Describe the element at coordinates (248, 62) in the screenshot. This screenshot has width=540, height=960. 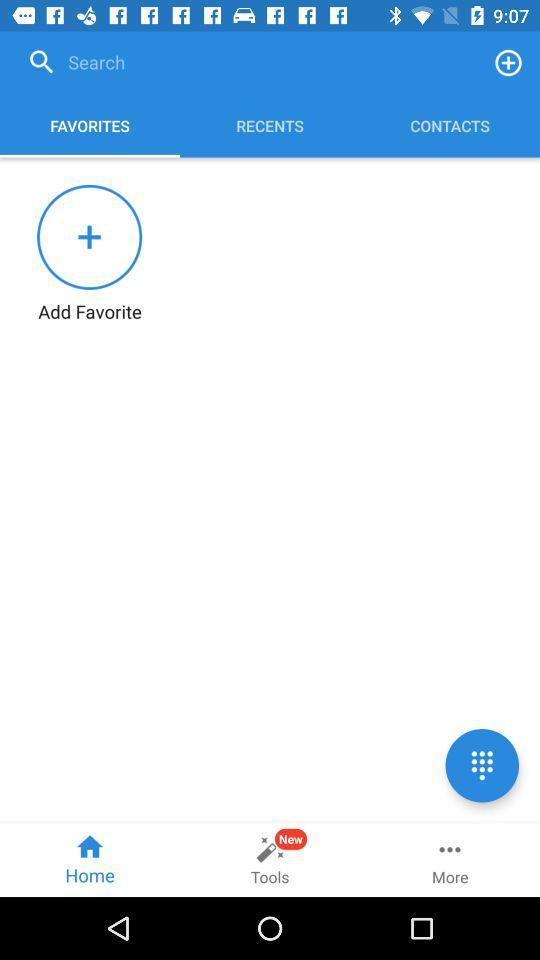
I see `item above favorites item` at that location.